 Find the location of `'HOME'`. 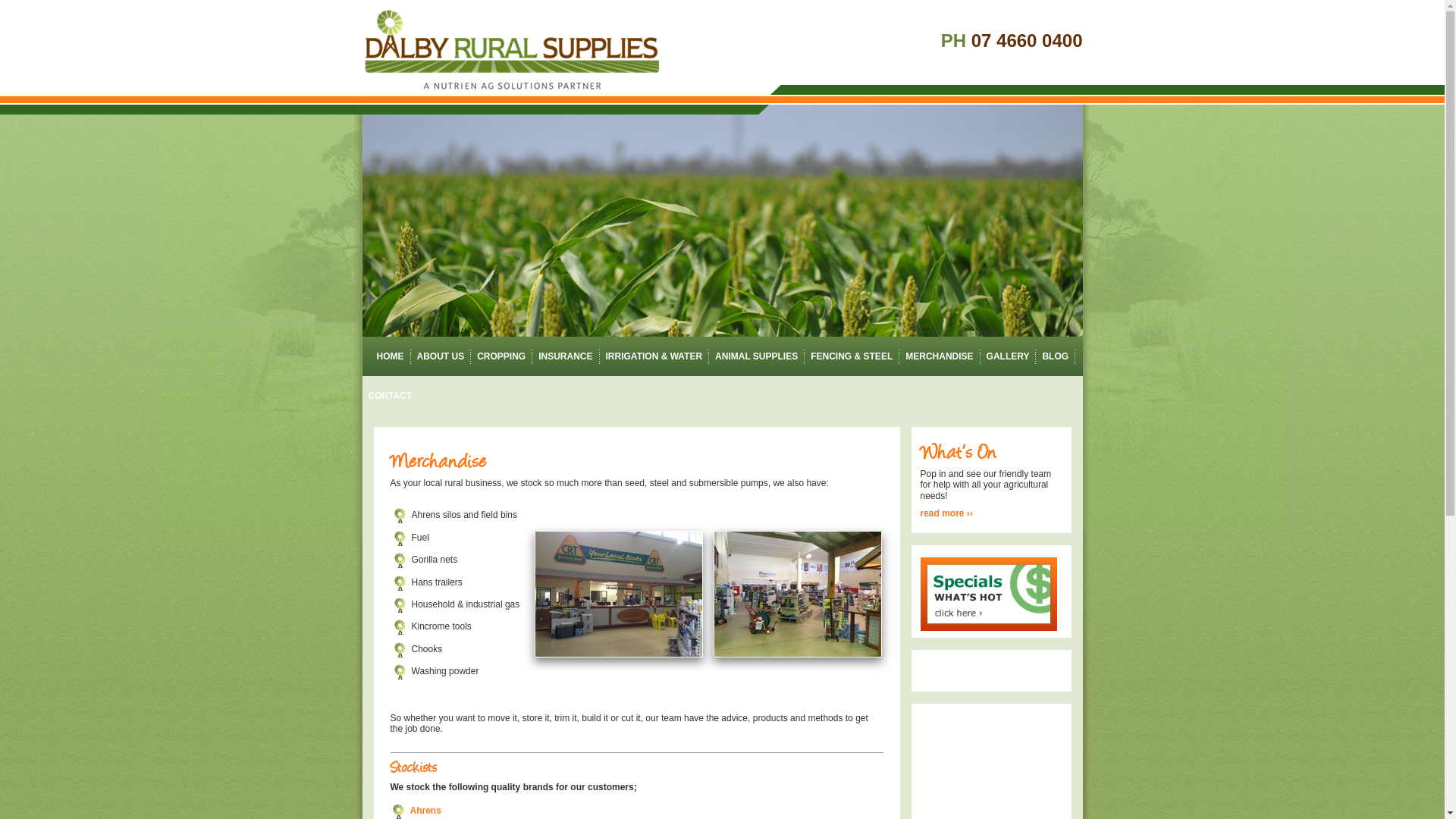

'HOME' is located at coordinates (386, 356).